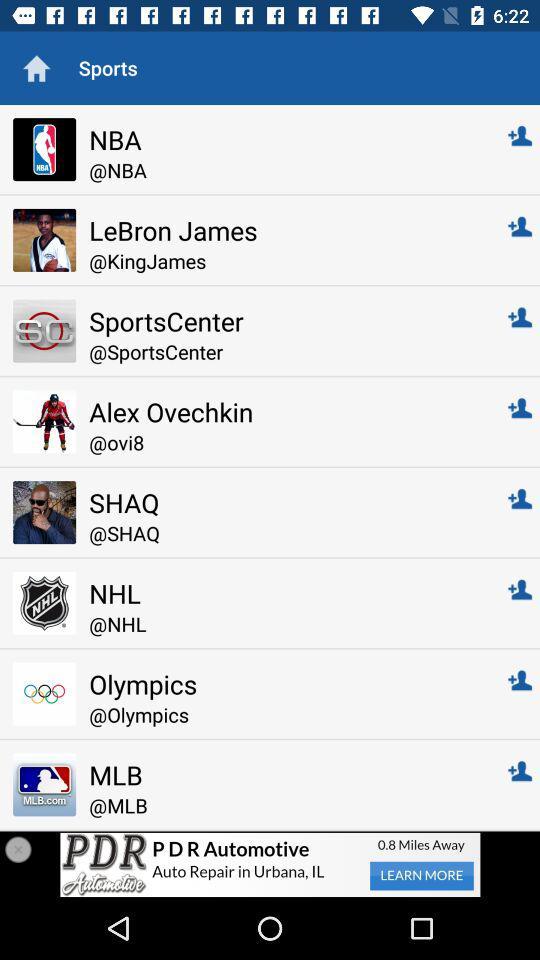  I want to click on the icon below alex ovechkin, so click(284, 442).